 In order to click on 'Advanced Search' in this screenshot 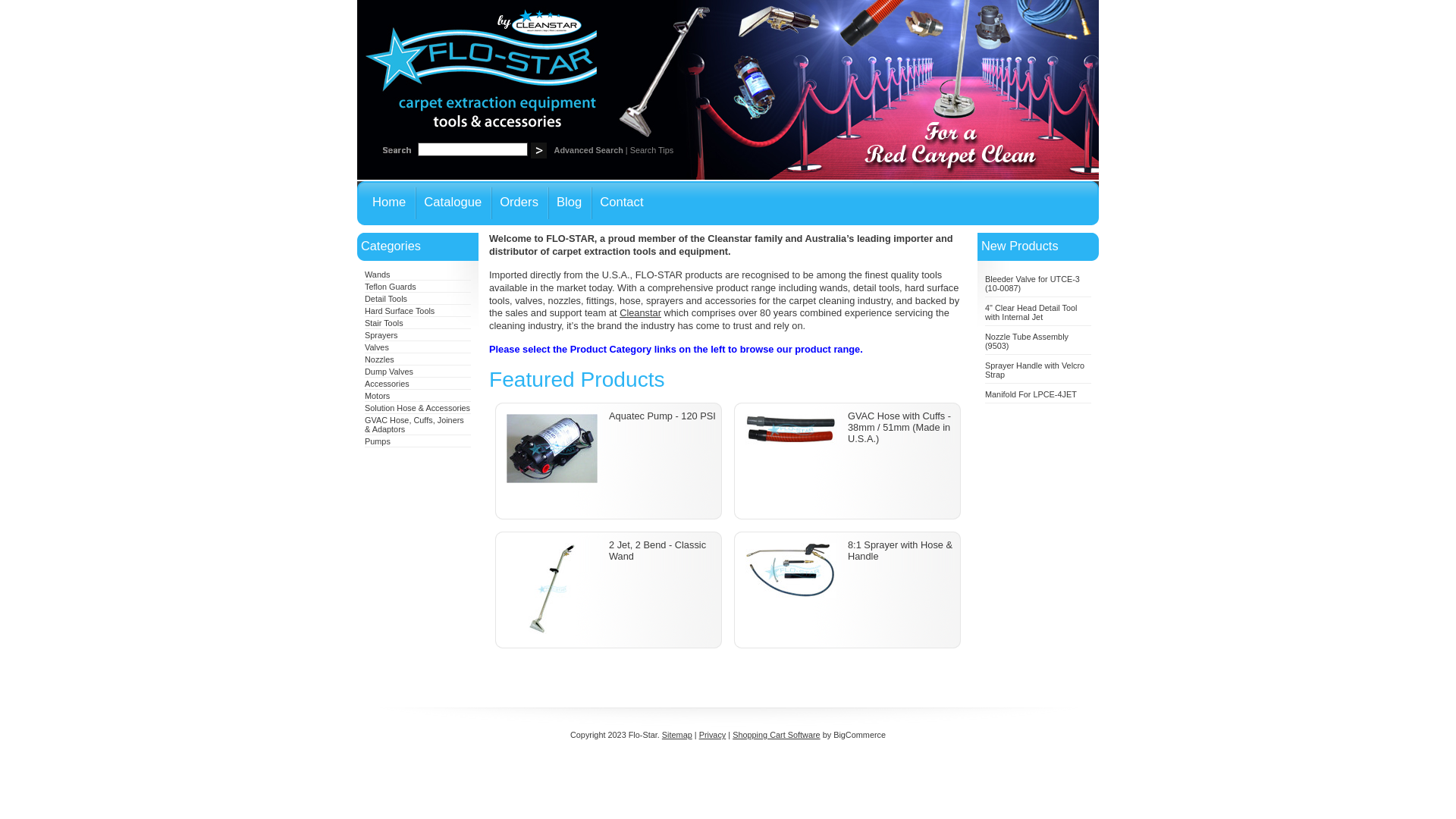, I will do `click(588, 149)`.